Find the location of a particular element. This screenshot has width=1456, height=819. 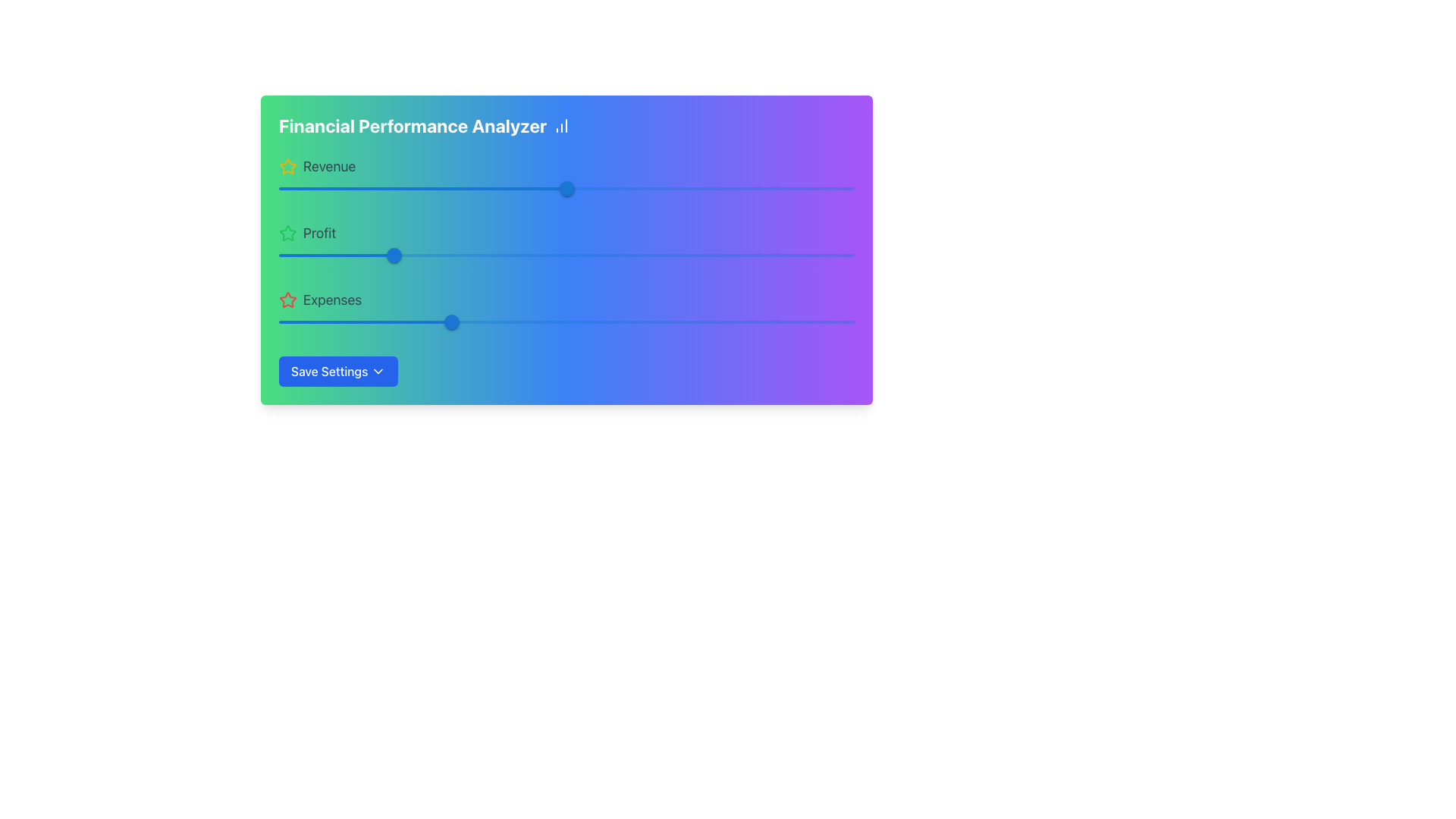

the Expenses slider is located at coordinates (836, 321).